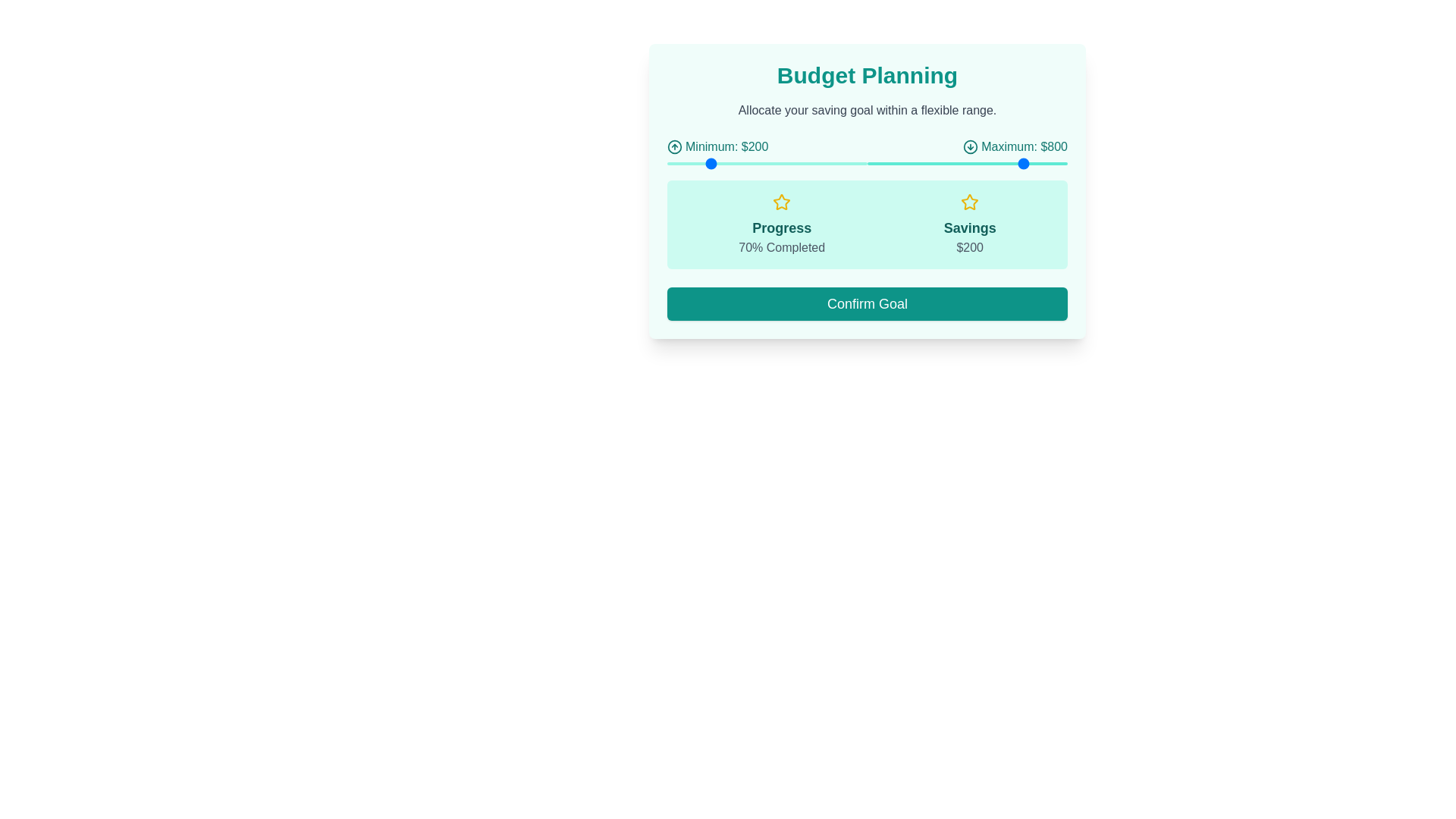 This screenshot has width=1456, height=819. I want to click on the SVG circle element that is part of a composite icon, positioned near the right-hand side of the interface, adjacent to the 'Maximum: $800' label, so click(673, 146).